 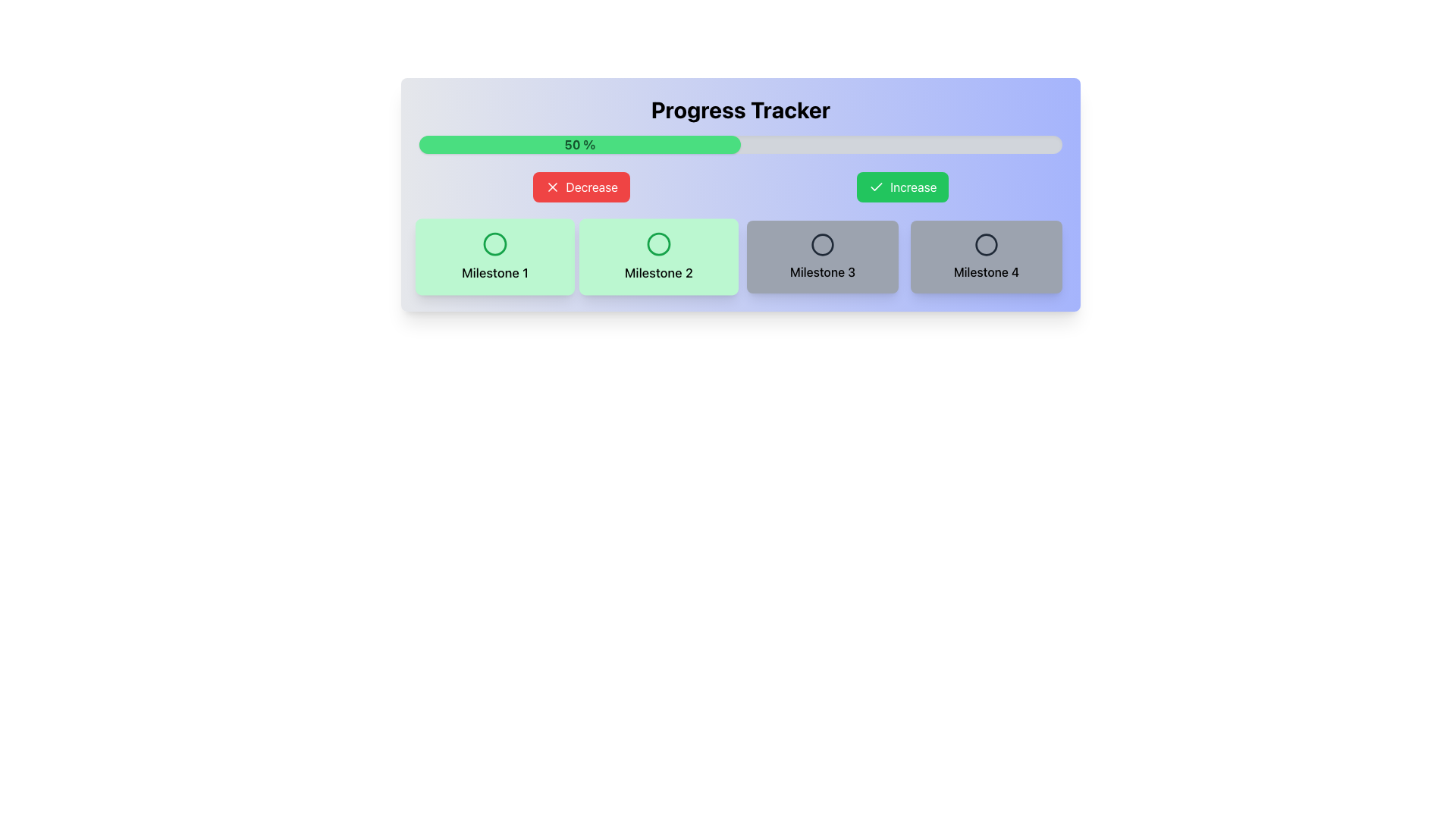 What do you see at coordinates (821, 244) in the screenshot?
I see `the center circle of the 'Milestone 3' button, which visually represents a milestone indicator for current status or progress level` at bounding box center [821, 244].